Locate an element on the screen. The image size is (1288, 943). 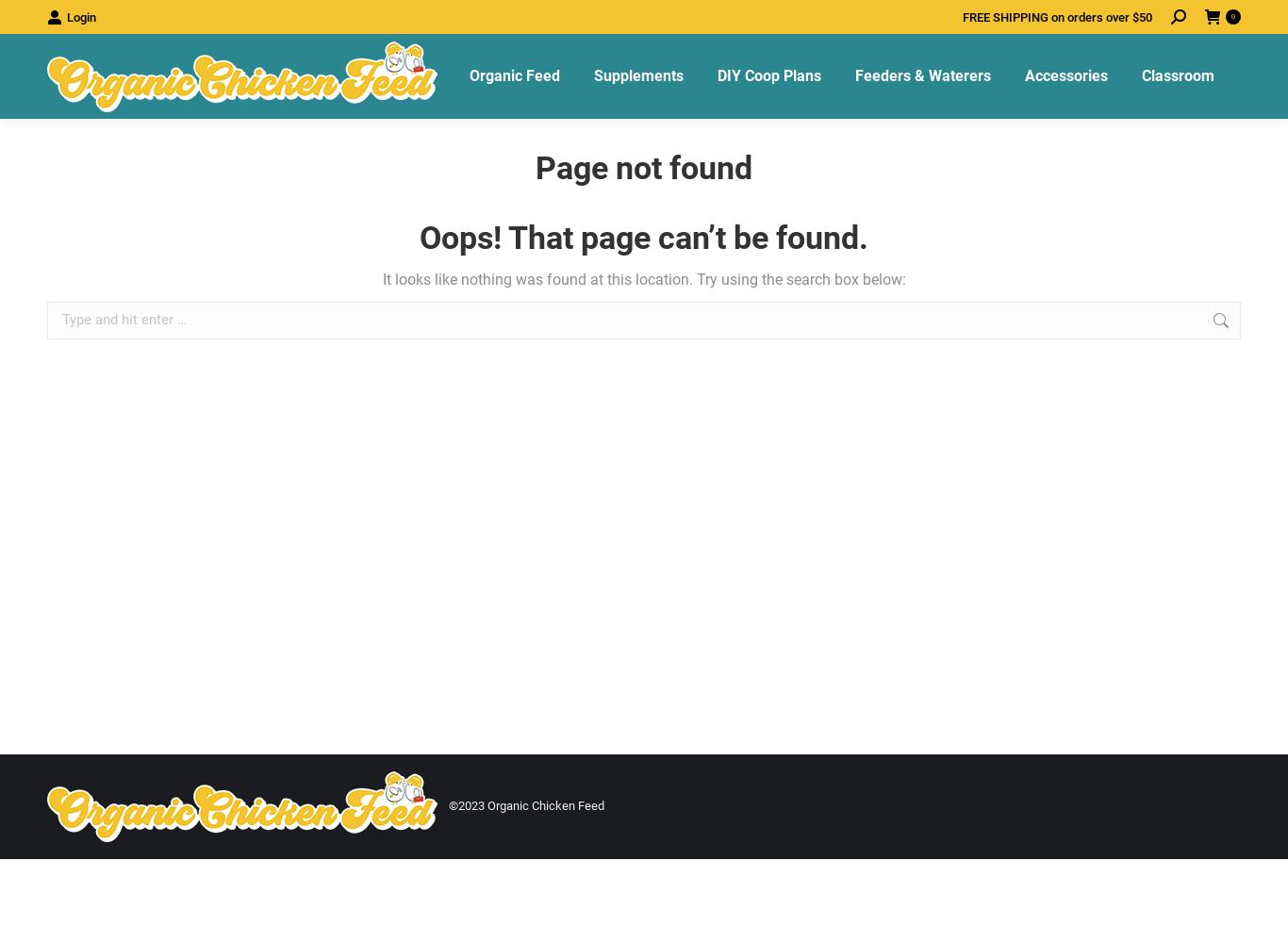
'Chicken Toys' is located at coordinates (1060, 144).